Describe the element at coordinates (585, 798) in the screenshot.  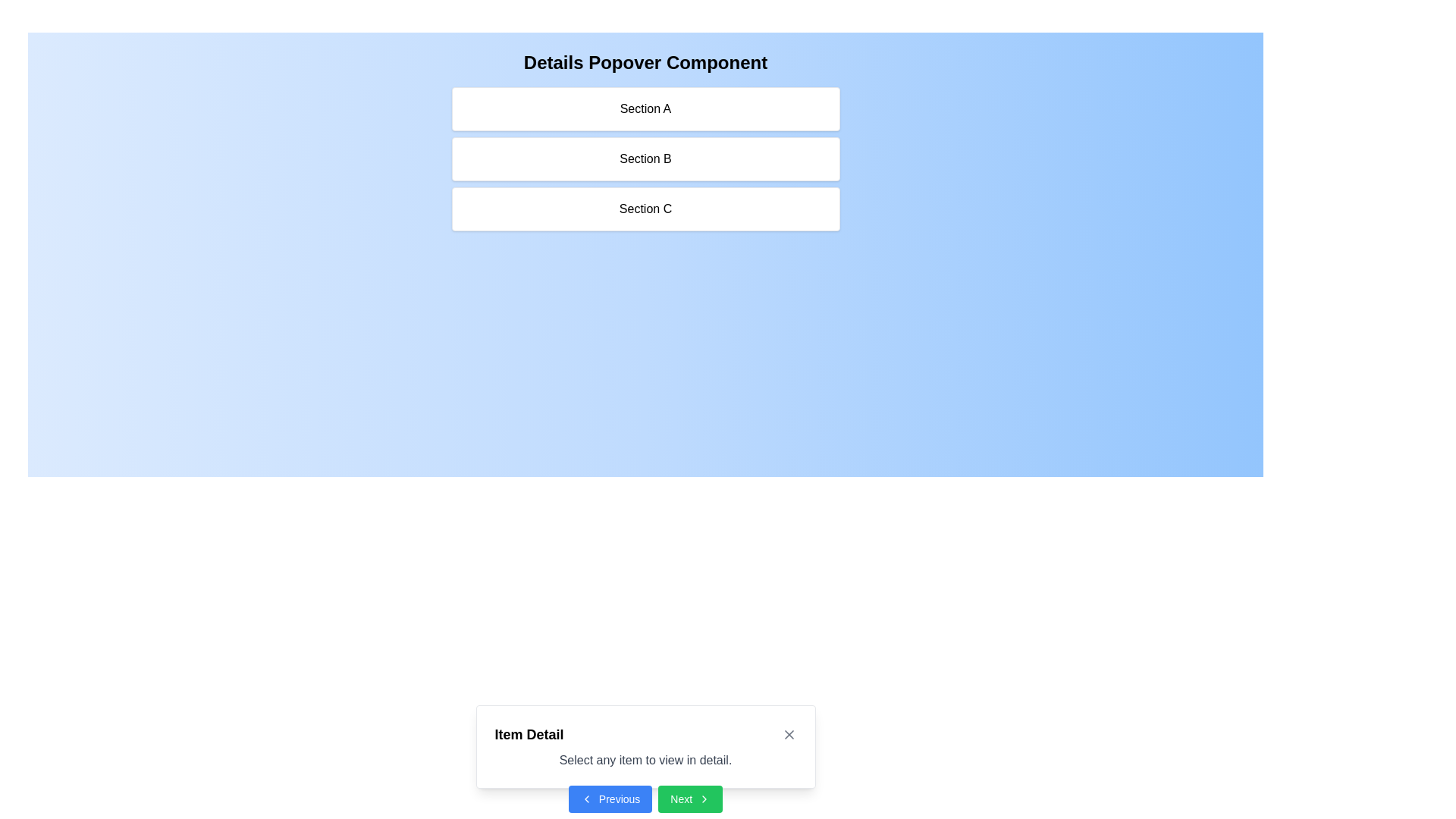
I see `the 'Previous' button, which features a left-pointing chevron icon on its left side, designed for backward navigation` at that location.